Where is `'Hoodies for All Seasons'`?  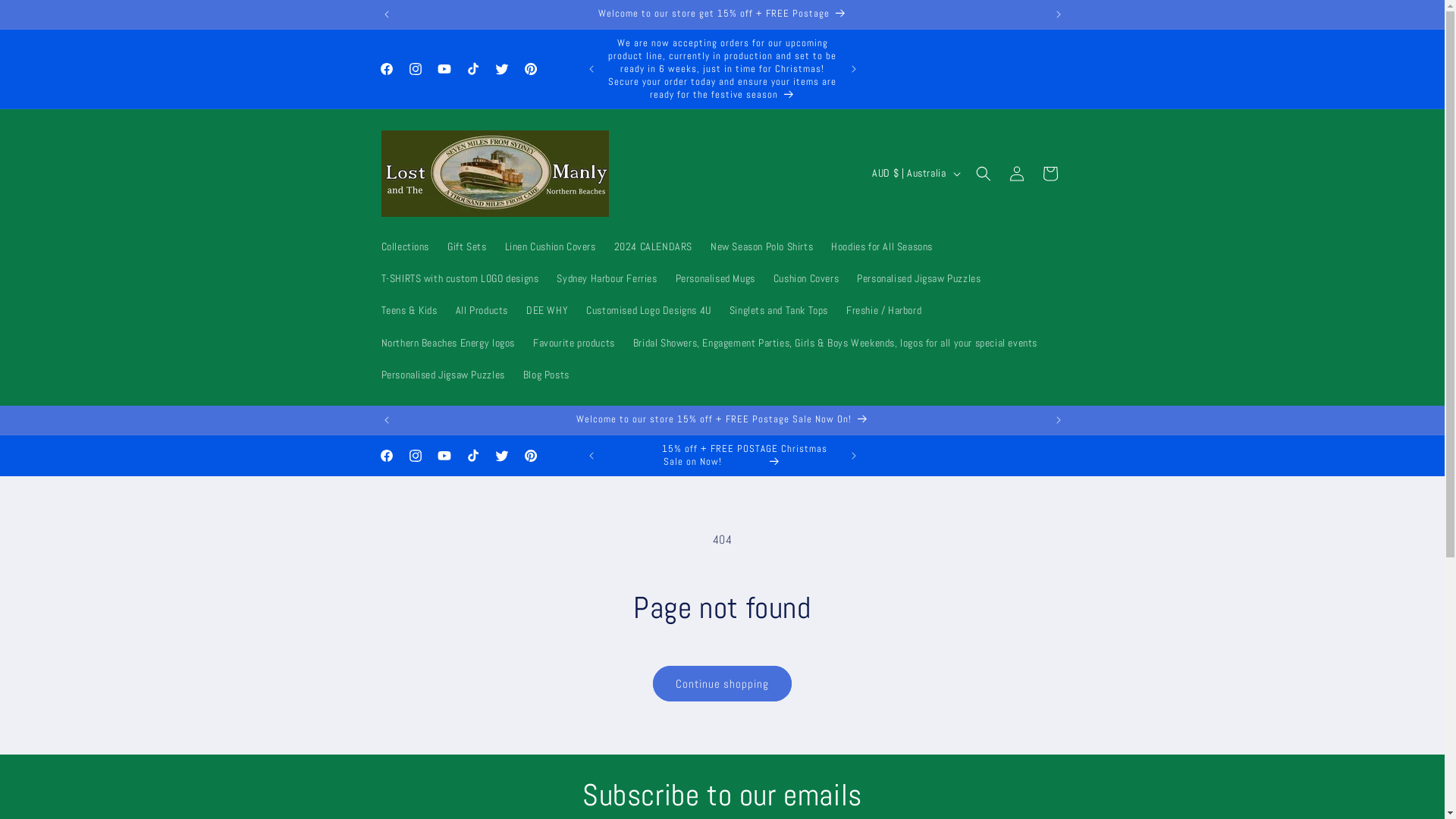
'Hoodies for All Seasons' is located at coordinates (821, 245).